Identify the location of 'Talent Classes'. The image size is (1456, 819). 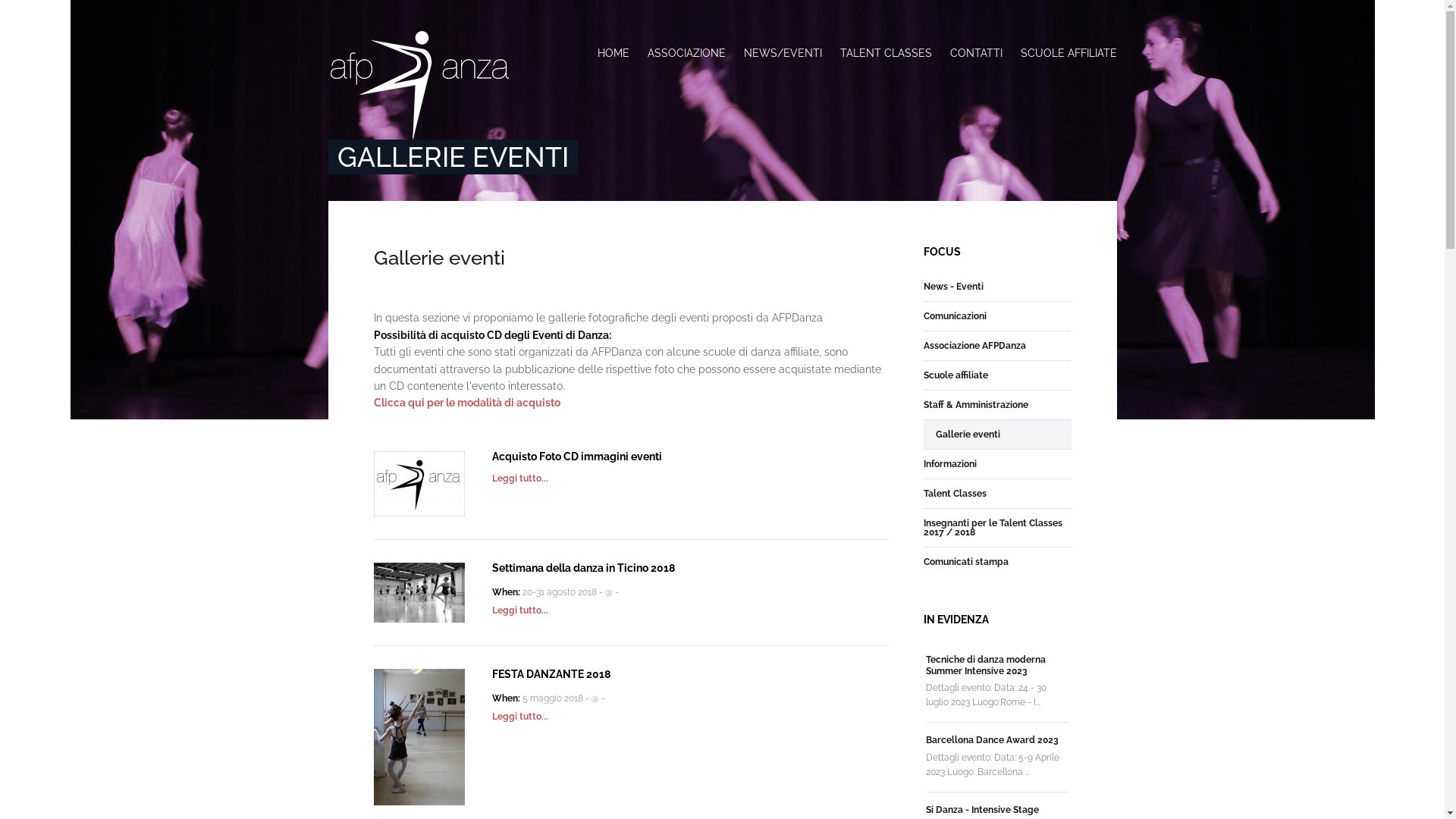
(954, 494).